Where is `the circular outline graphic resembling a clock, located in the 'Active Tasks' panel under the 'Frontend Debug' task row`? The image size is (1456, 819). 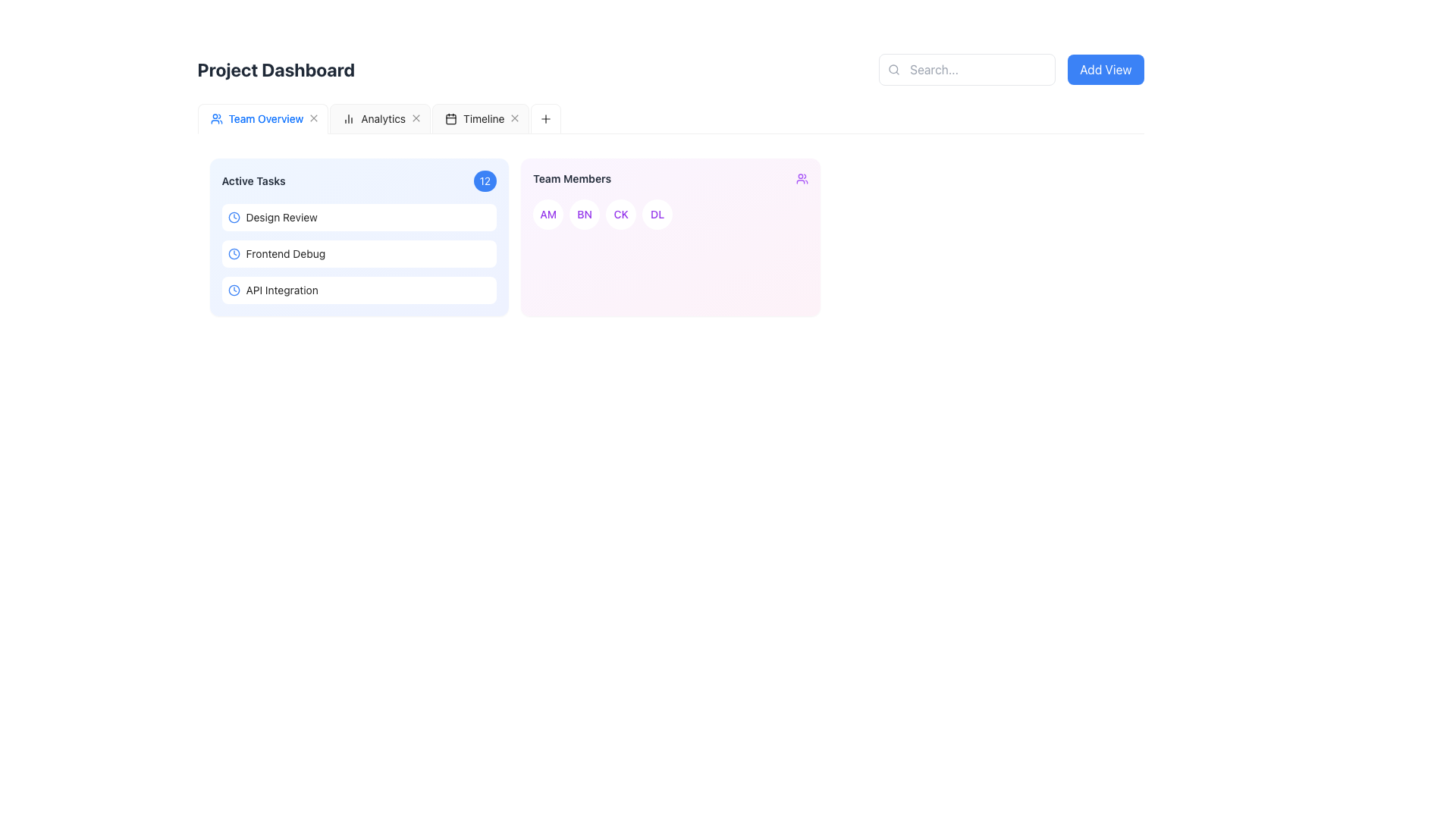 the circular outline graphic resembling a clock, located in the 'Active Tasks' panel under the 'Frontend Debug' task row is located at coordinates (233, 253).